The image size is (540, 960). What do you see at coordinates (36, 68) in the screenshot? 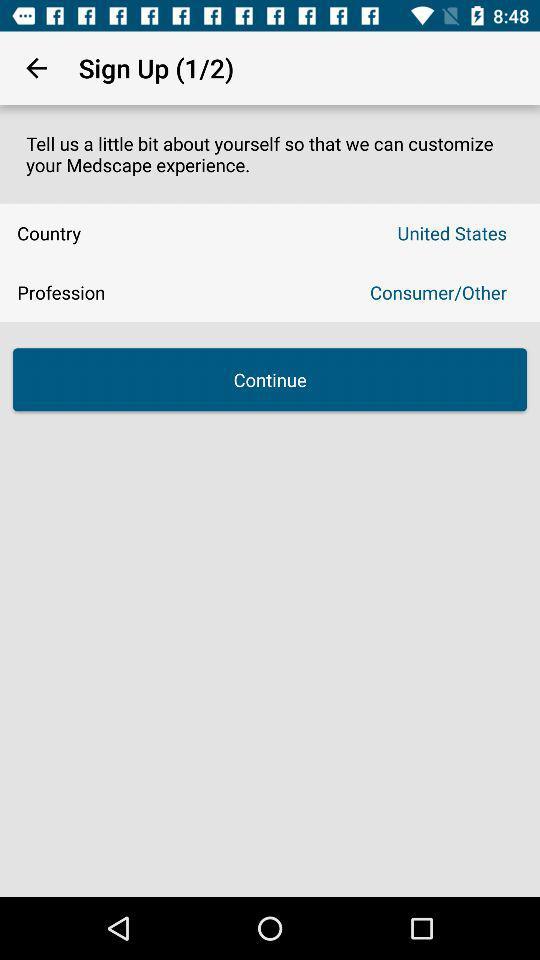
I see `the item above tell us a item` at bounding box center [36, 68].